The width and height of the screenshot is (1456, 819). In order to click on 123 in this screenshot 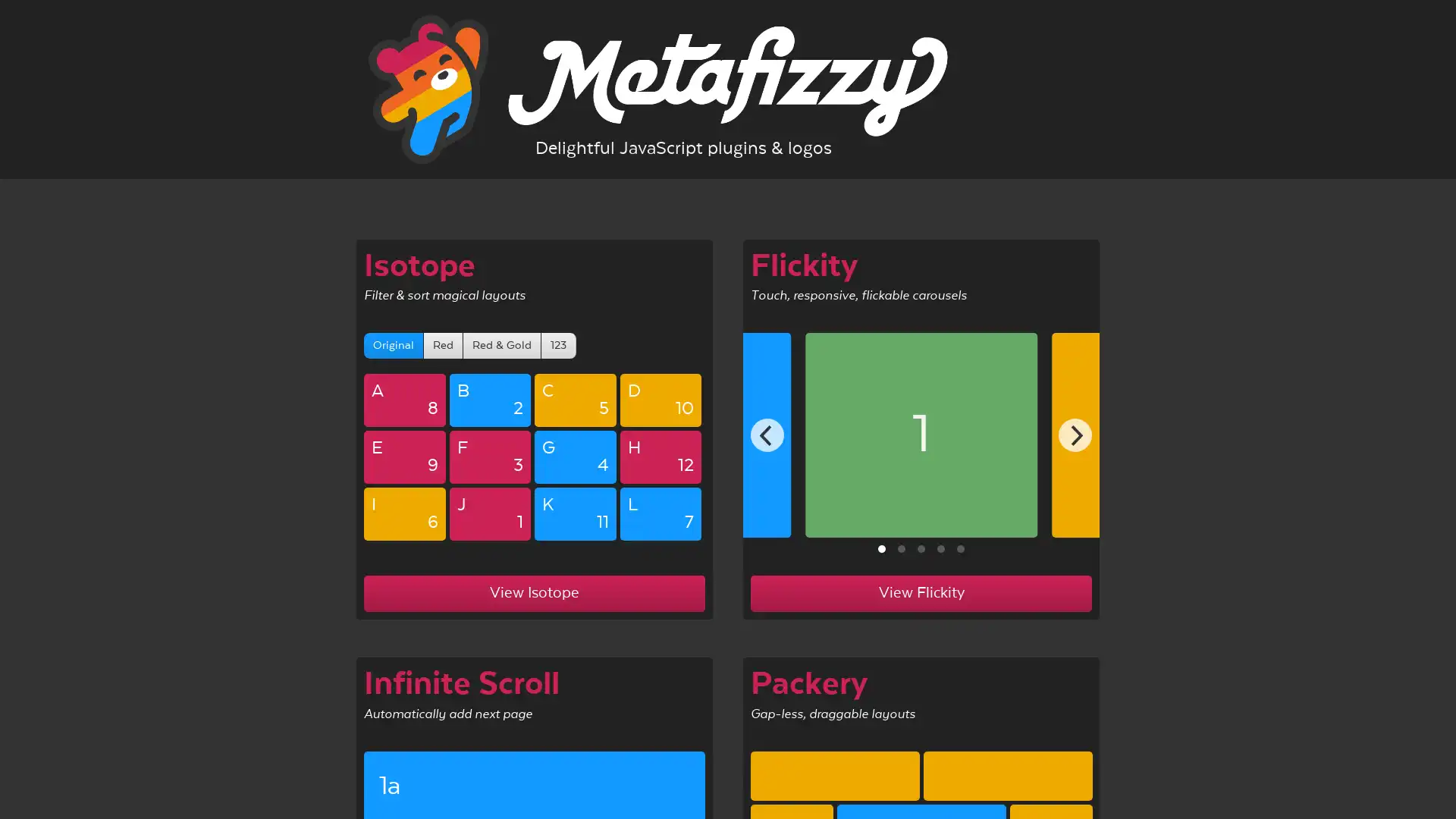, I will do `click(558, 345)`.